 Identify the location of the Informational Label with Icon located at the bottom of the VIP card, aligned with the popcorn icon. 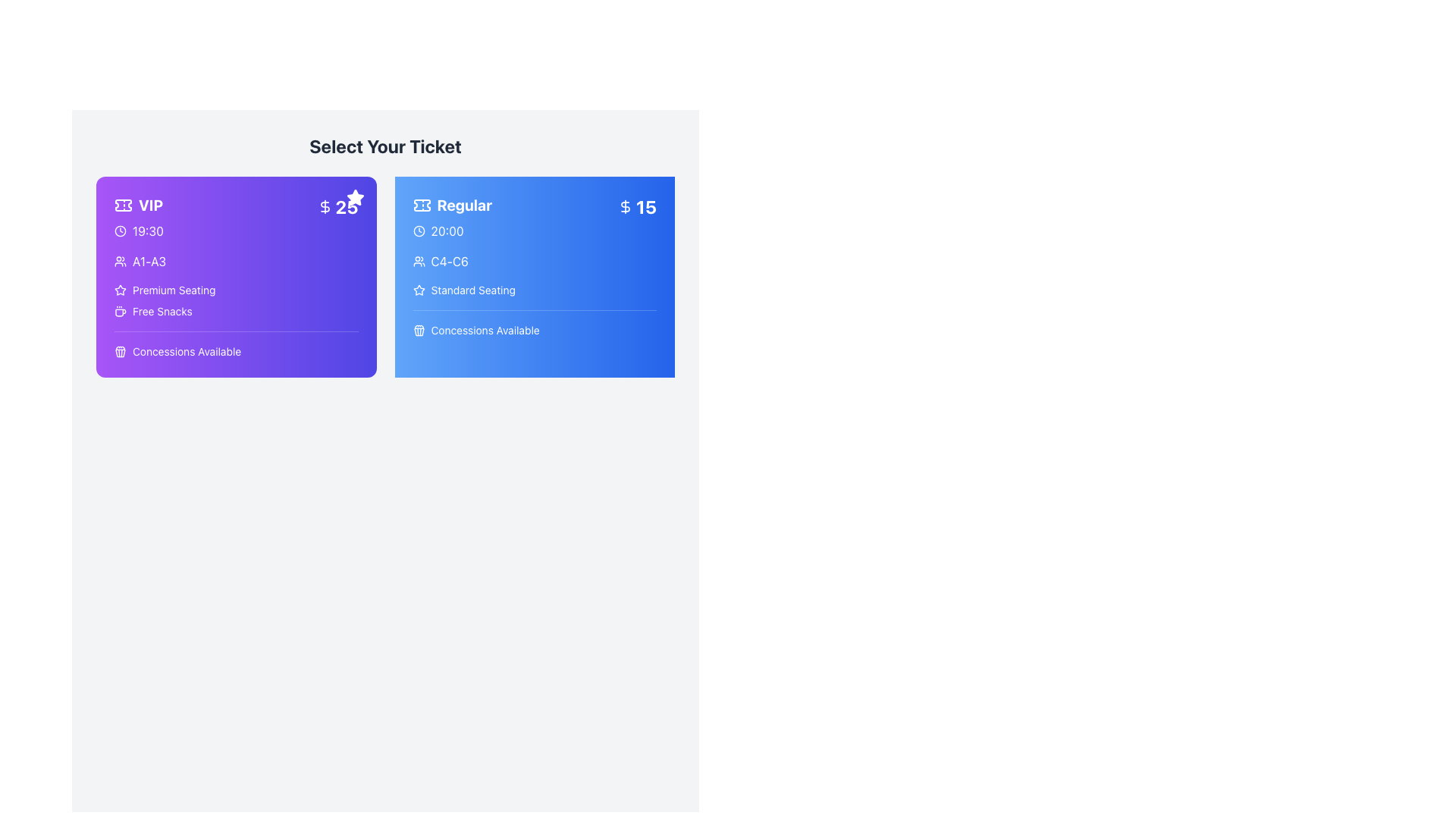
(235, 345).